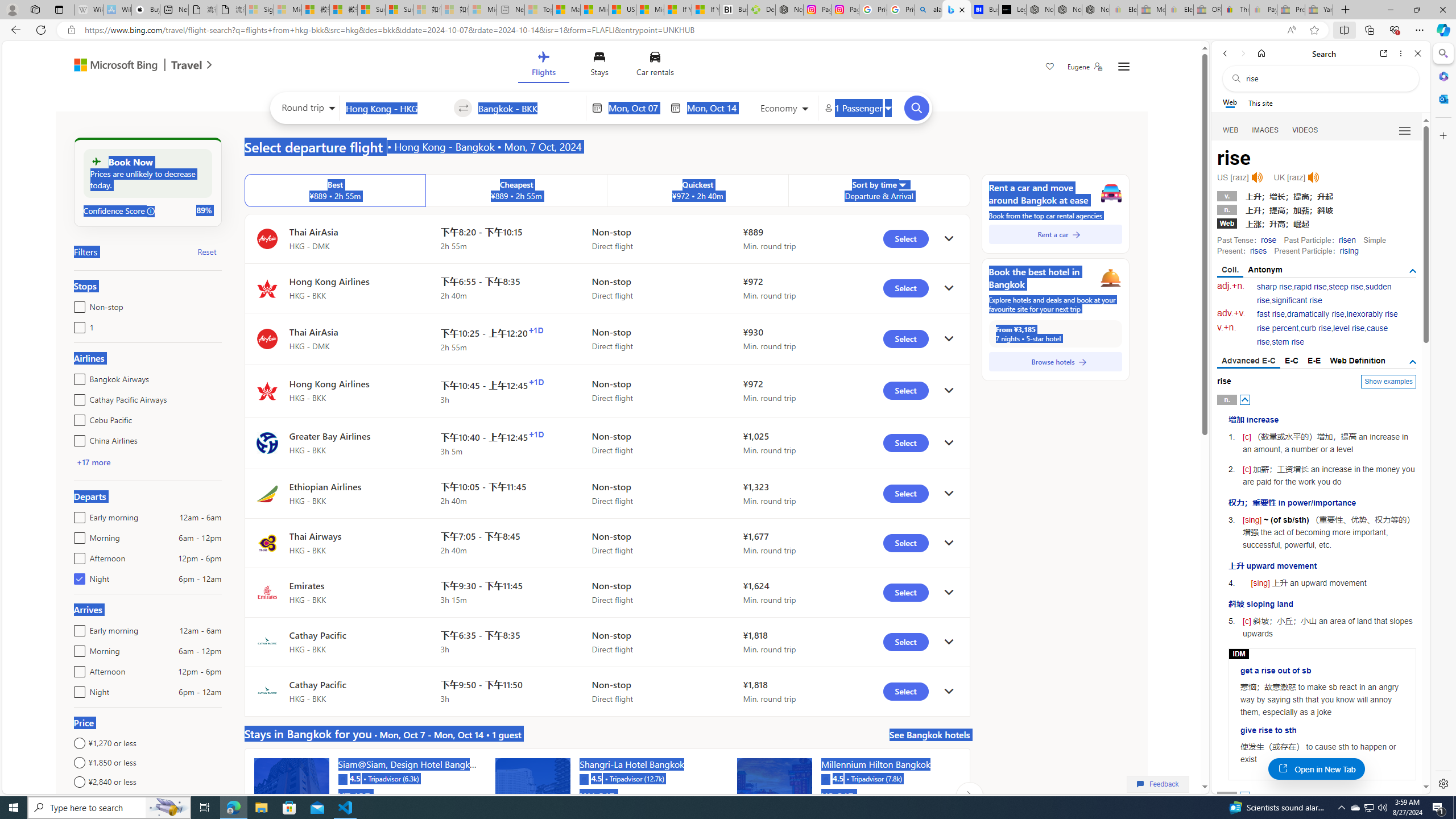 The image size is (1456, 819). Describe the element at coordinates (1349, 328) in the screenshot. I see `'level rise'` at that location.